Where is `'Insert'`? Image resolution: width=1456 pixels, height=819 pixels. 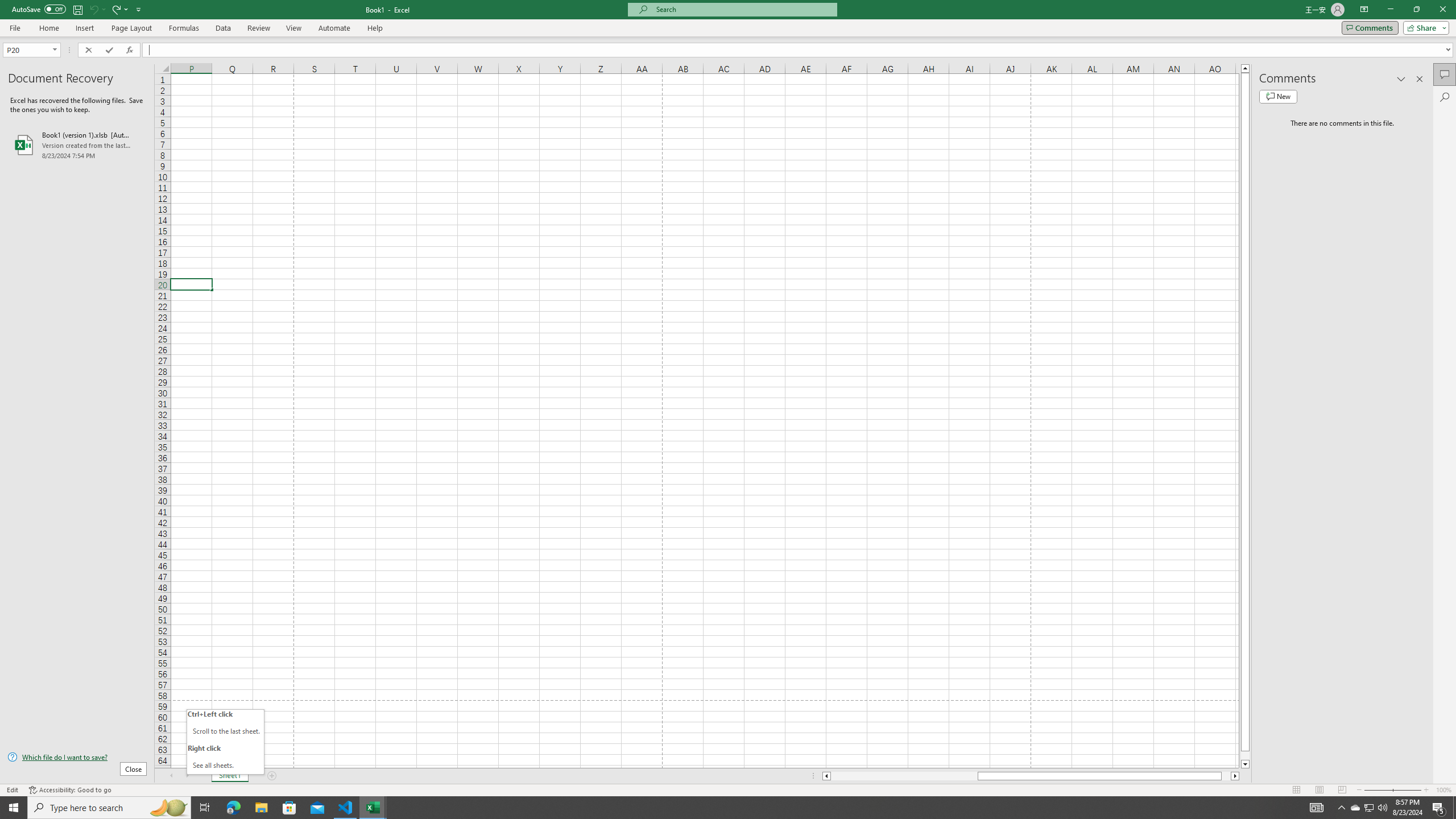
'Insert' is located at coordinates (84, 28).